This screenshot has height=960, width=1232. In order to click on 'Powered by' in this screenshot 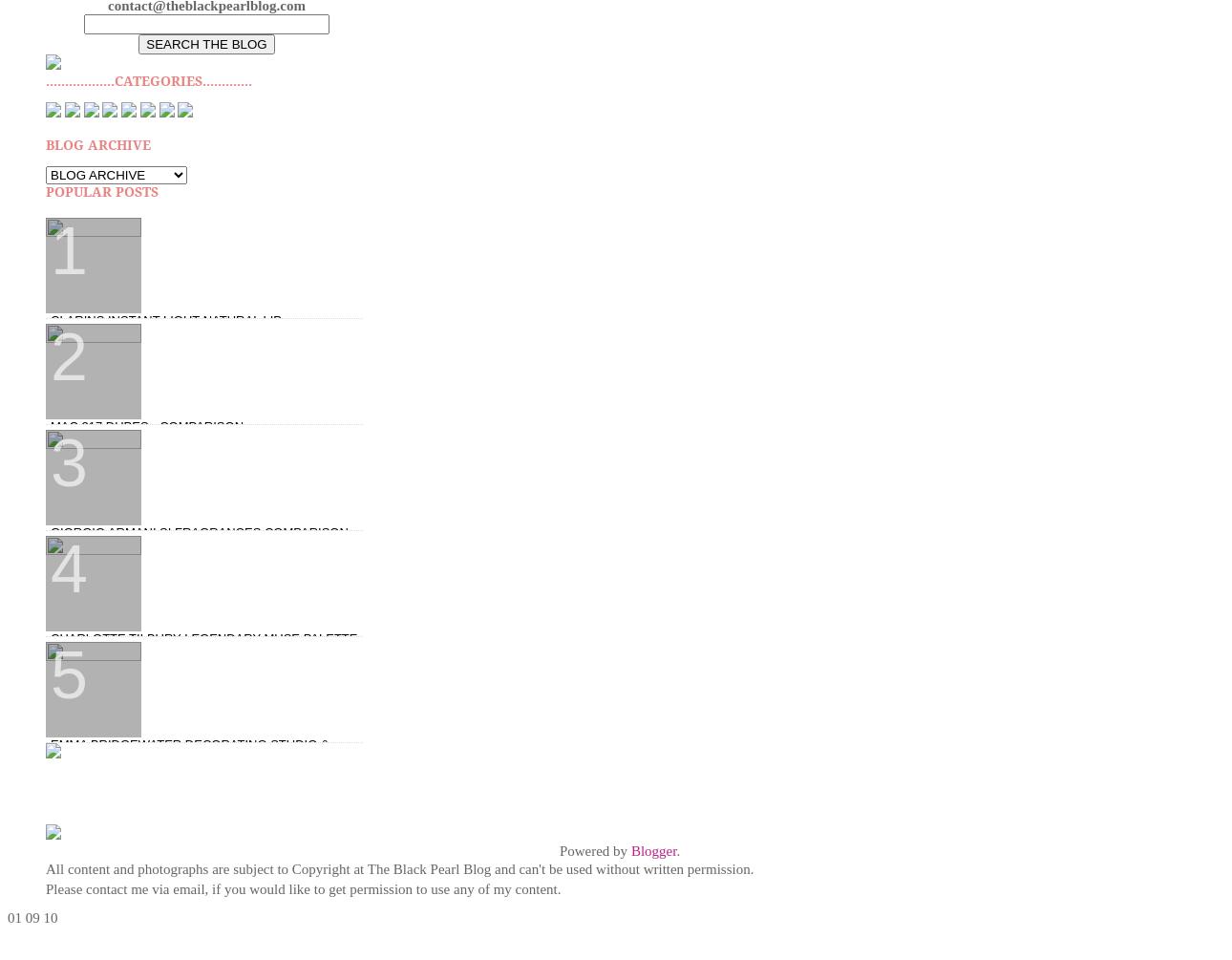, I will do `click(594, 849)`.